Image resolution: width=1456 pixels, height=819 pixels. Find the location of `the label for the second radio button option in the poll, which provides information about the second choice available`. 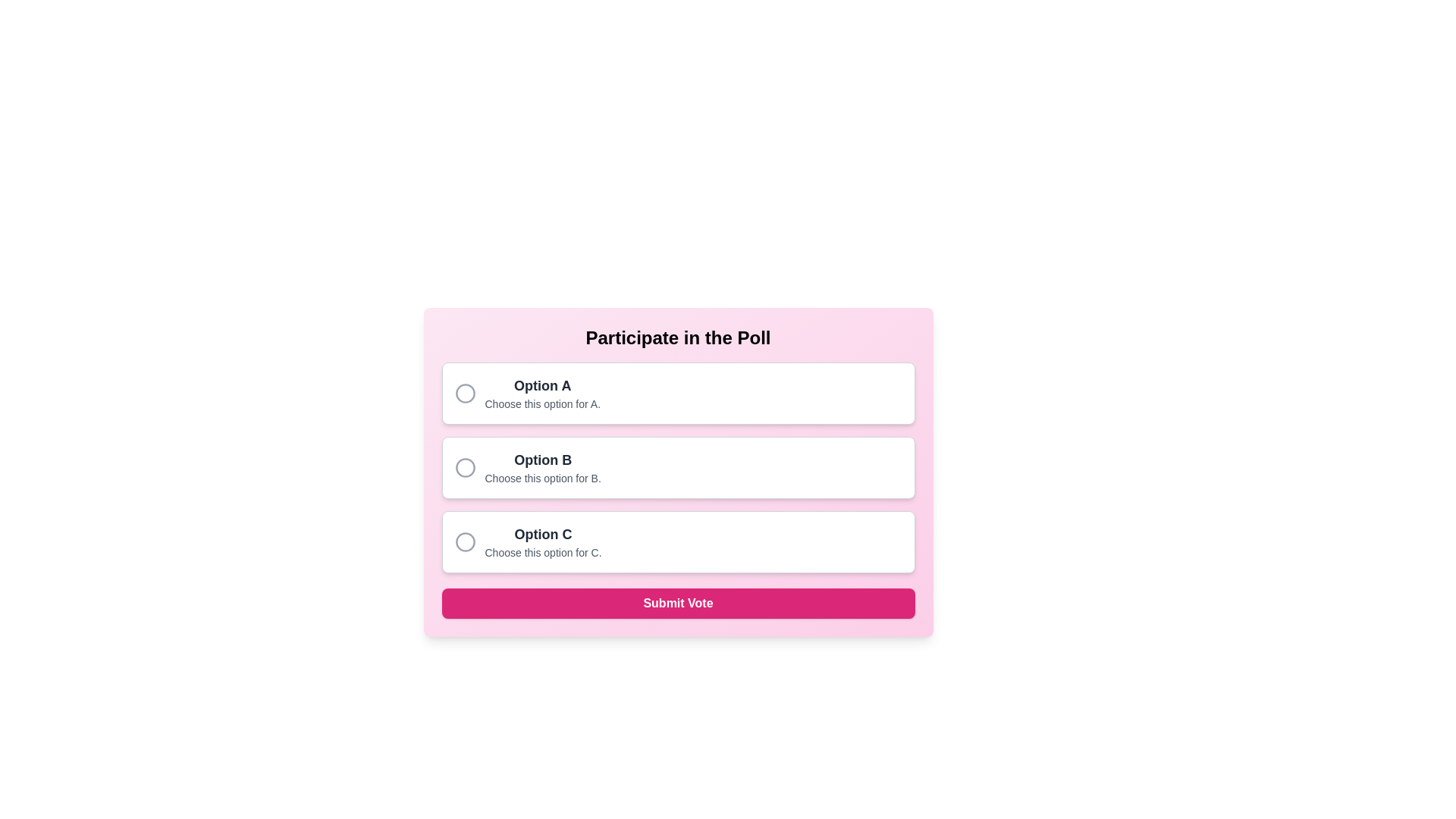

the label for the second radio button option in the poll, which provides information about the second choice available is located at coordinates (543, 467).